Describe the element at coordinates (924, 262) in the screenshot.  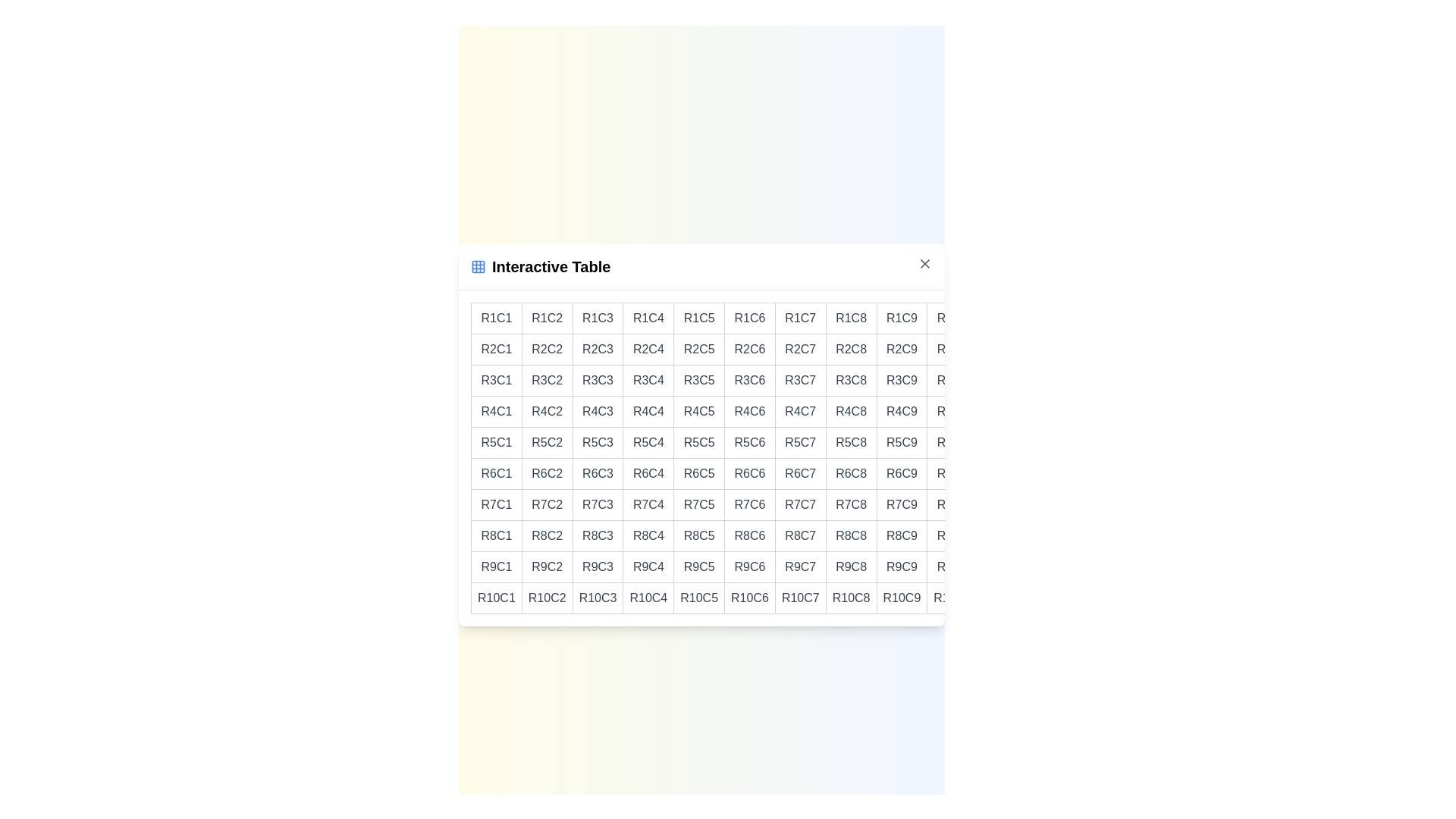
I see `the close button to dismiss the dialog` at that location.